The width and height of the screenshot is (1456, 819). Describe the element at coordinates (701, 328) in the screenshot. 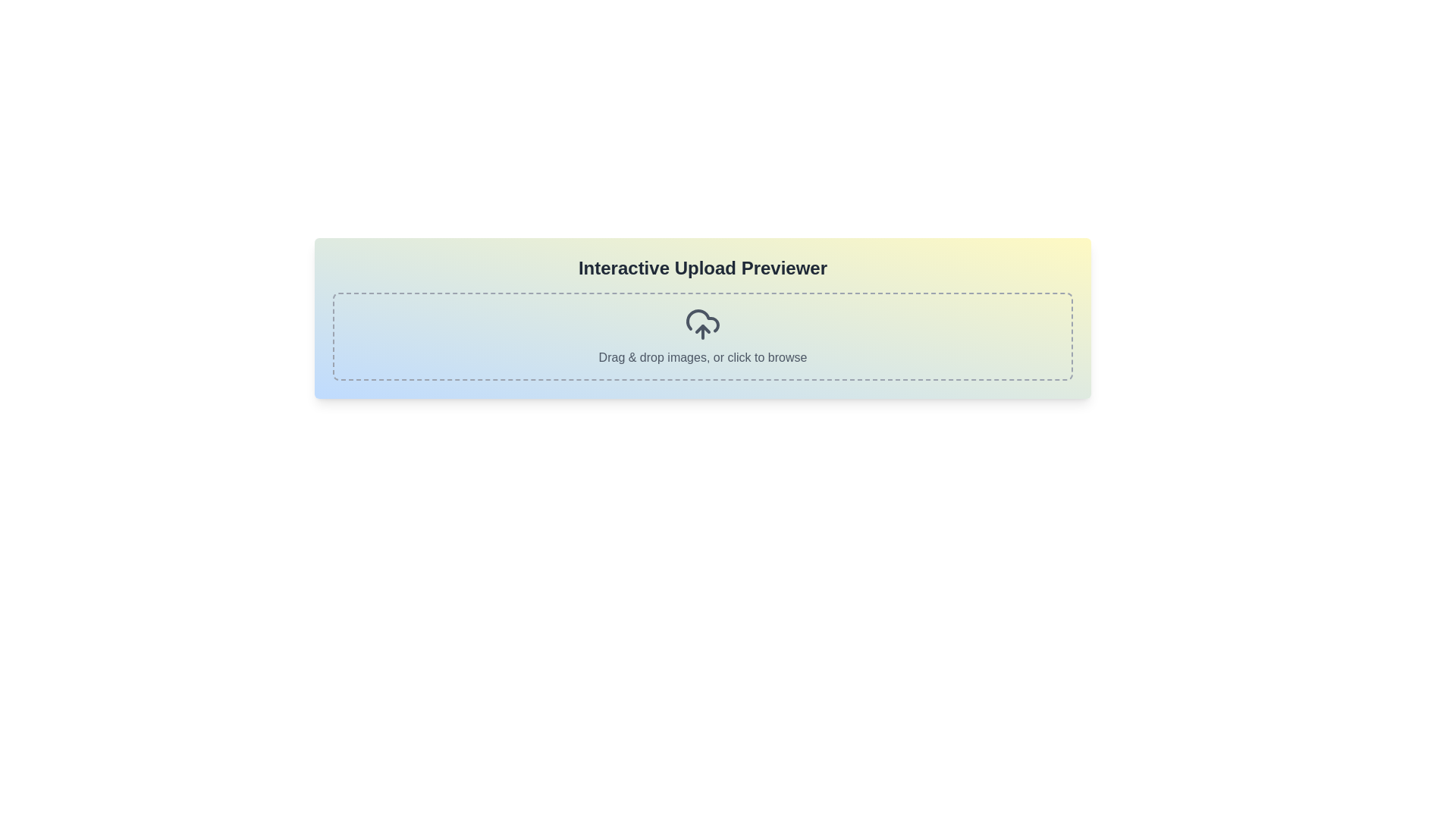

I see `the visual representation of the downward-pointing chevron within the upload icon, which is part of a cloud graphic` at that location.